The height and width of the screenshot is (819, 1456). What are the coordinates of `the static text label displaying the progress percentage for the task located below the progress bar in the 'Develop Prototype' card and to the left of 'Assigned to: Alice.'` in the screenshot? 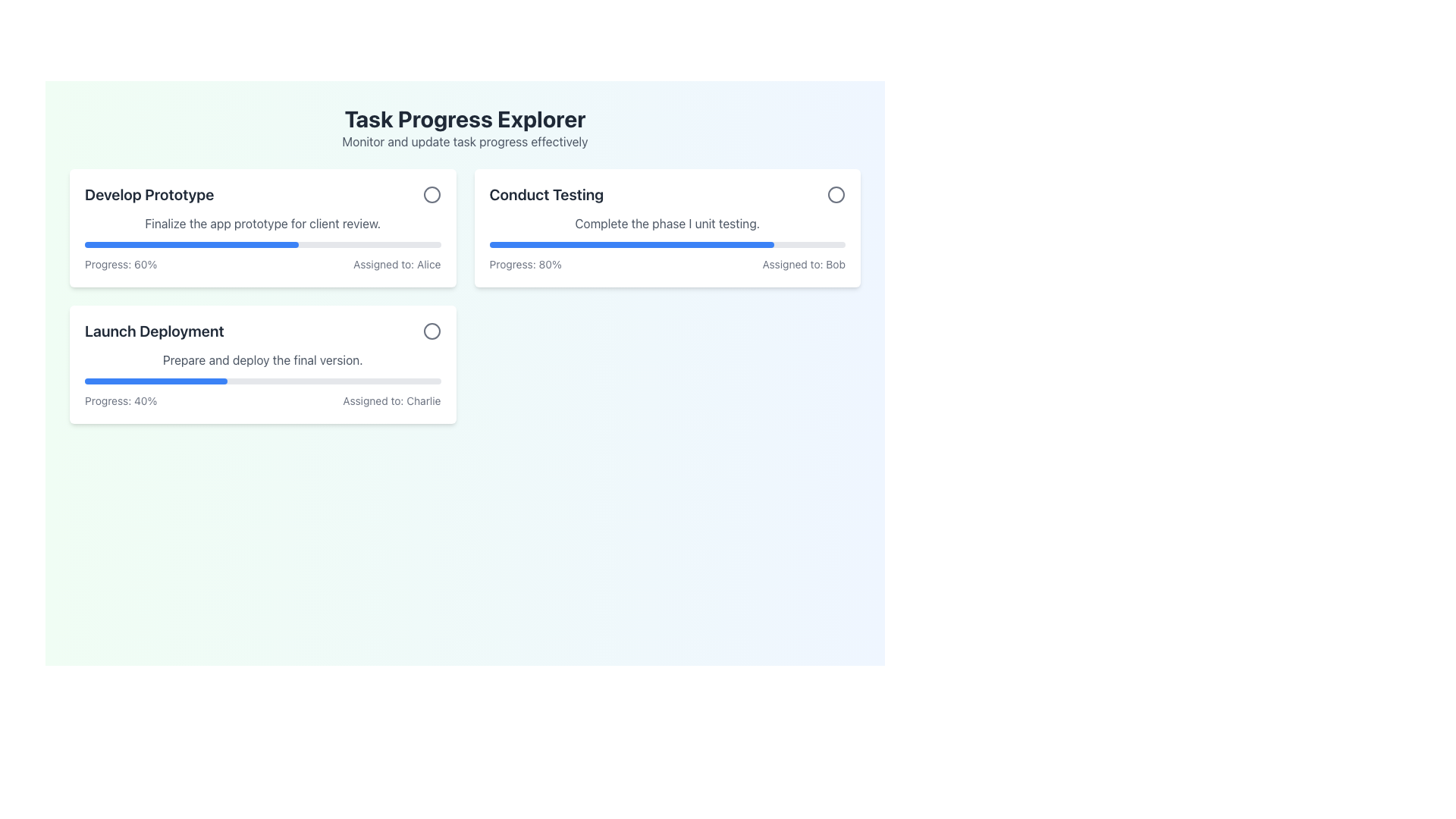 It's located at (120, 263).